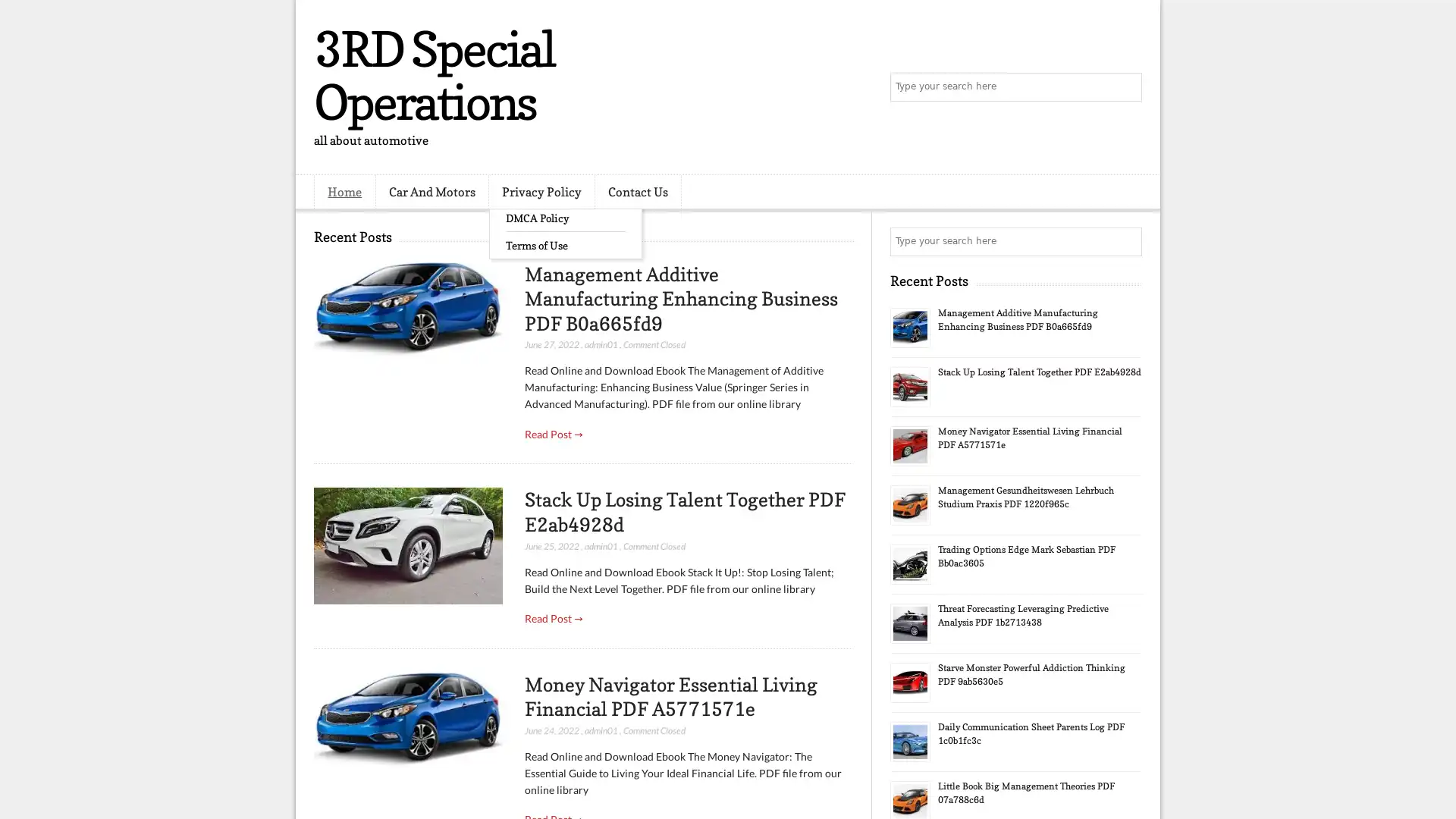 The image size is (1456, 819). I want to click on Search, so click(1126, 241).